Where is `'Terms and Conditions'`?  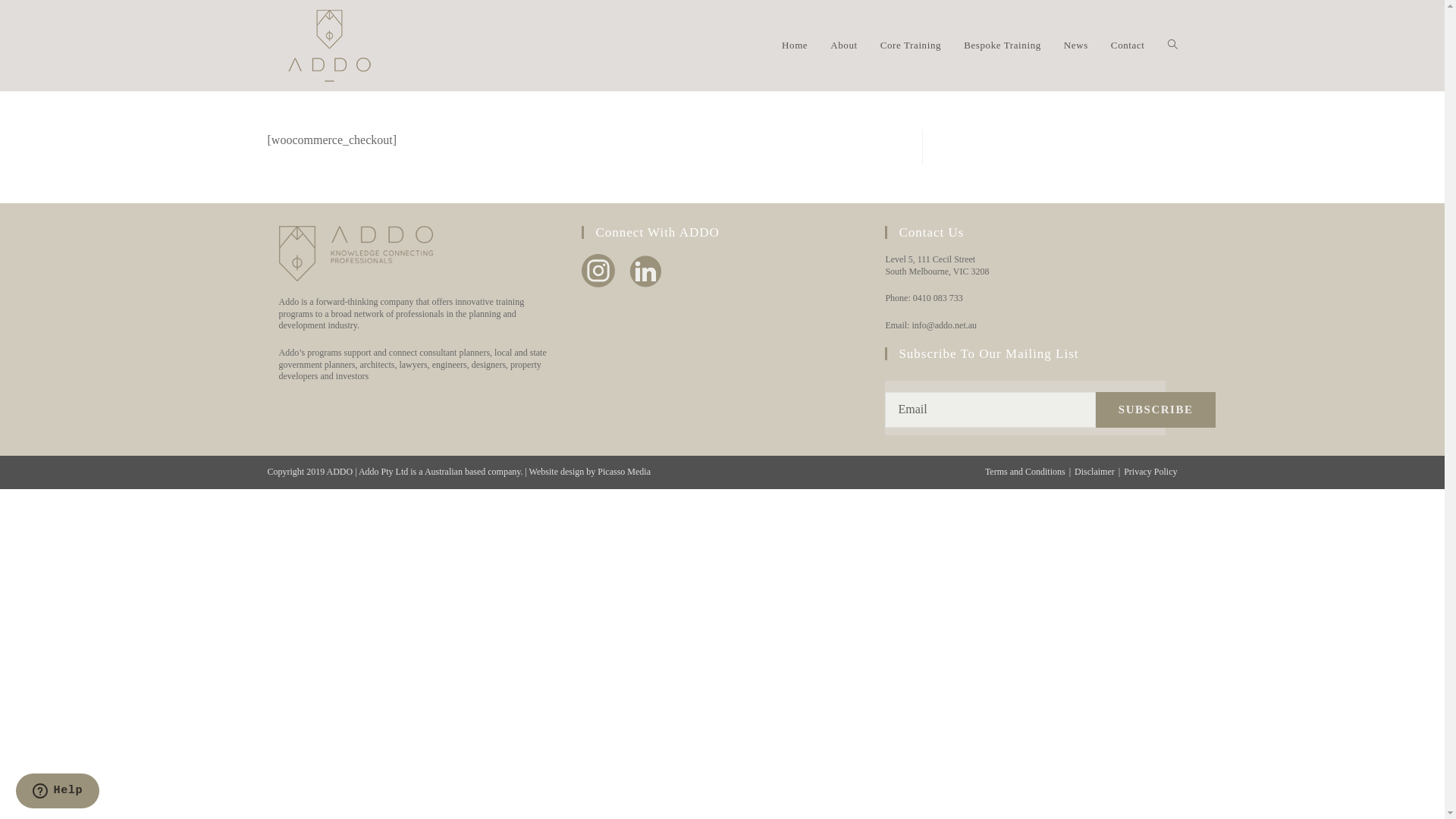 'Terms and Conditions' is located at coordinates (1025, 470).